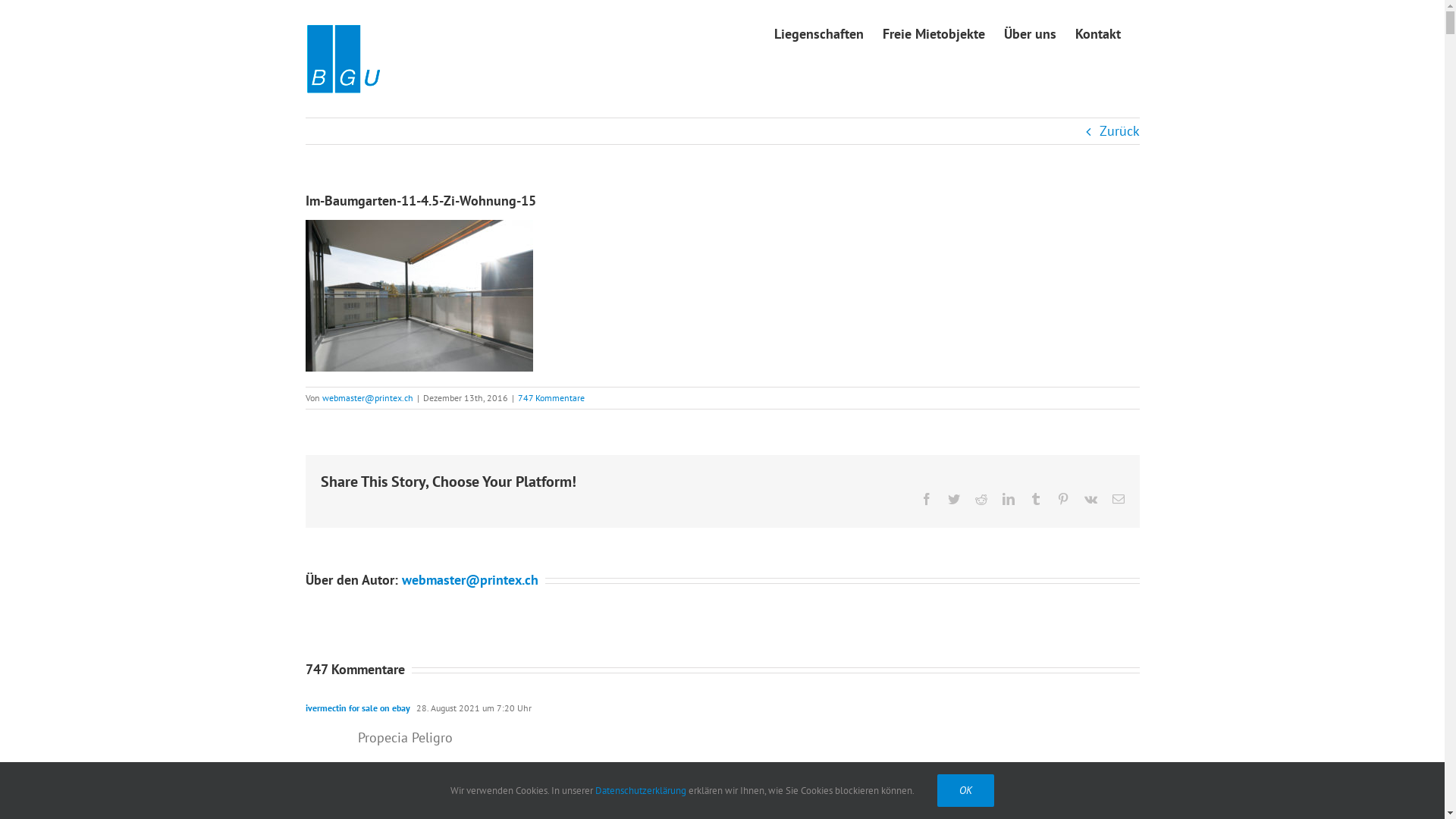  Describe the element at coordinates (926, 499) in the screenshot. I see `'Facebook'` at that location.